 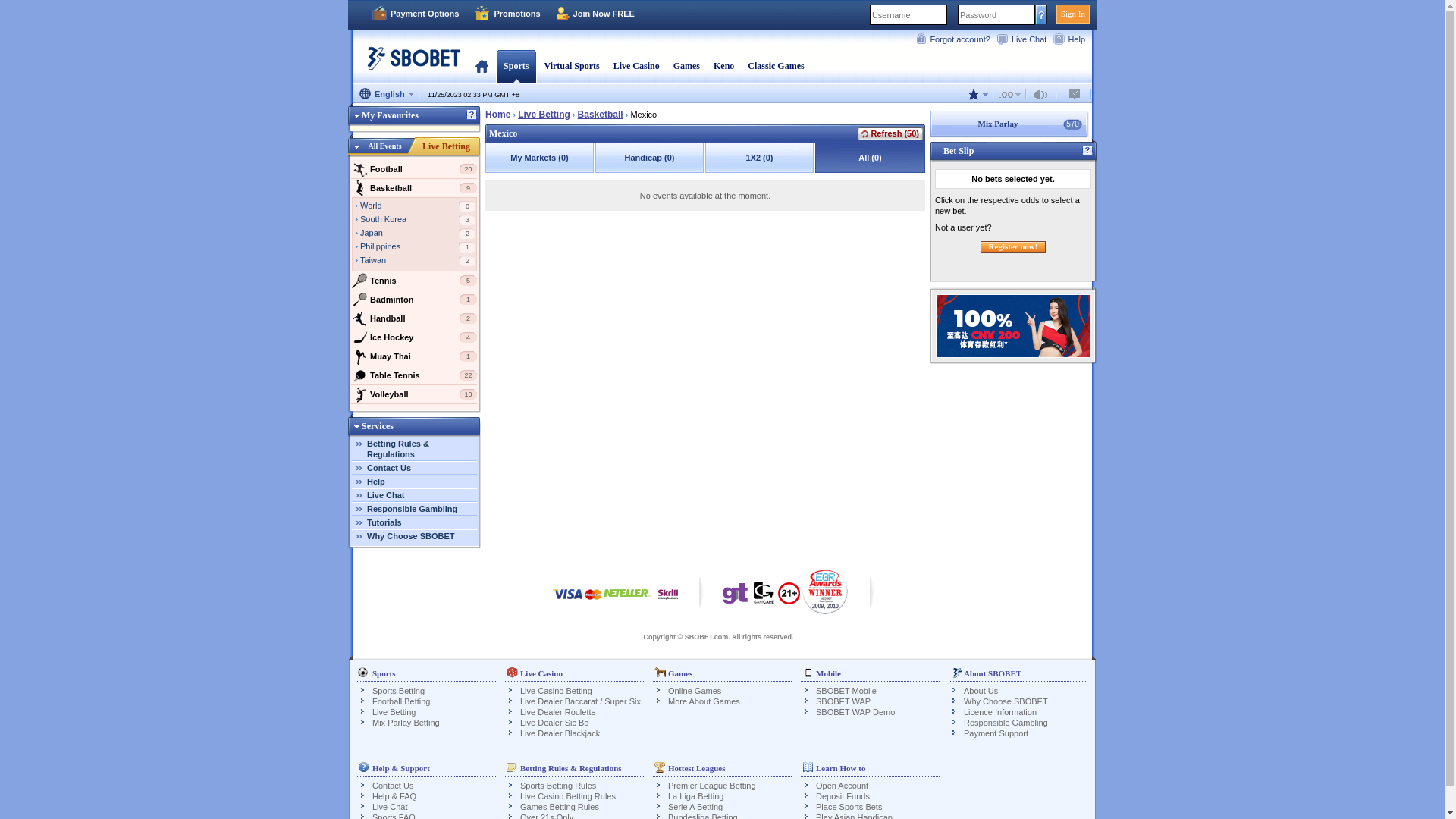 I want to click on 'Sports Betting', so click(x=398, y=690).